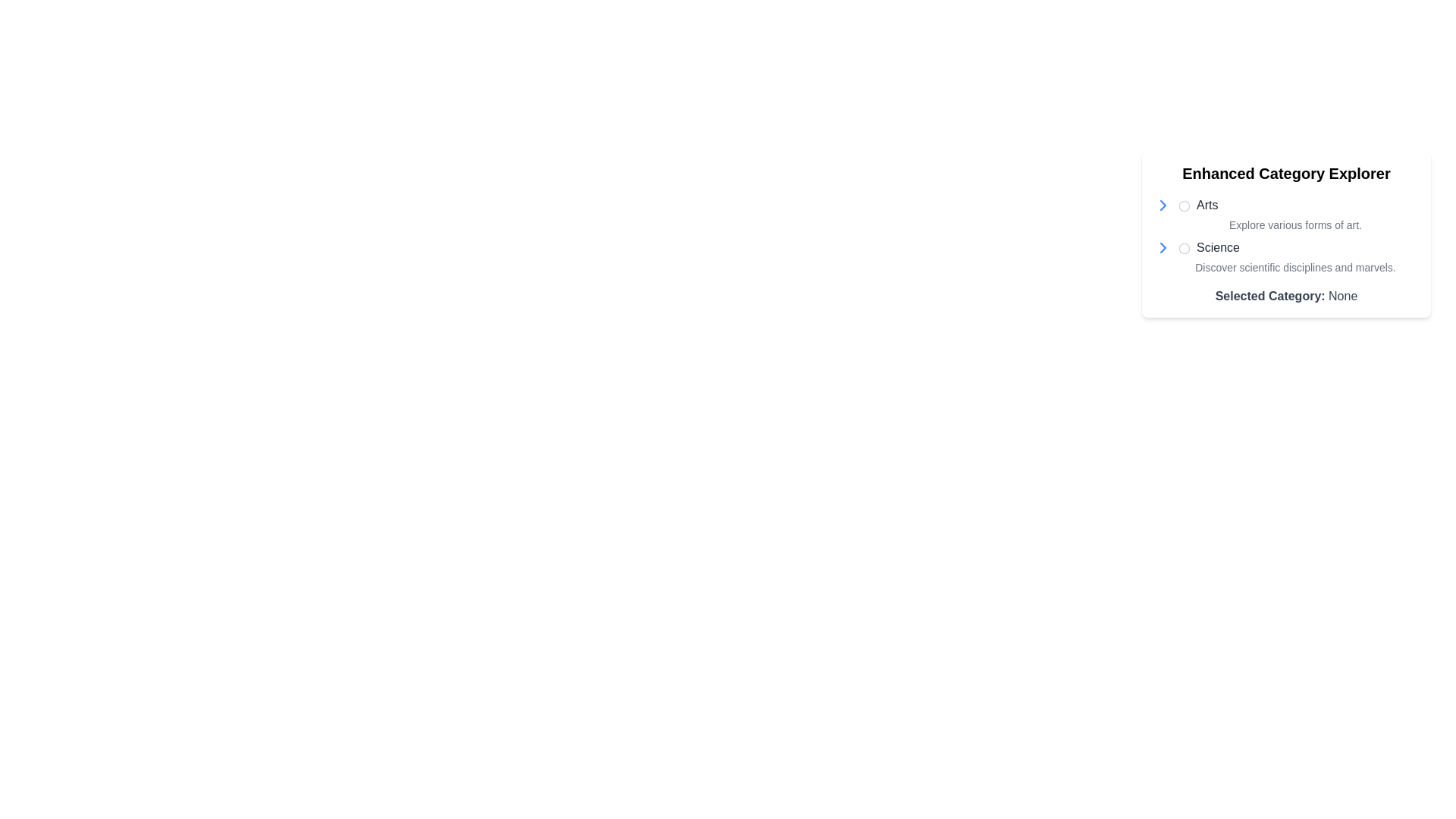 The image size is (1456, 819). I want to click on the text label displaying 'Discover scientific disciplines and marvels.', so click(1294, 267).